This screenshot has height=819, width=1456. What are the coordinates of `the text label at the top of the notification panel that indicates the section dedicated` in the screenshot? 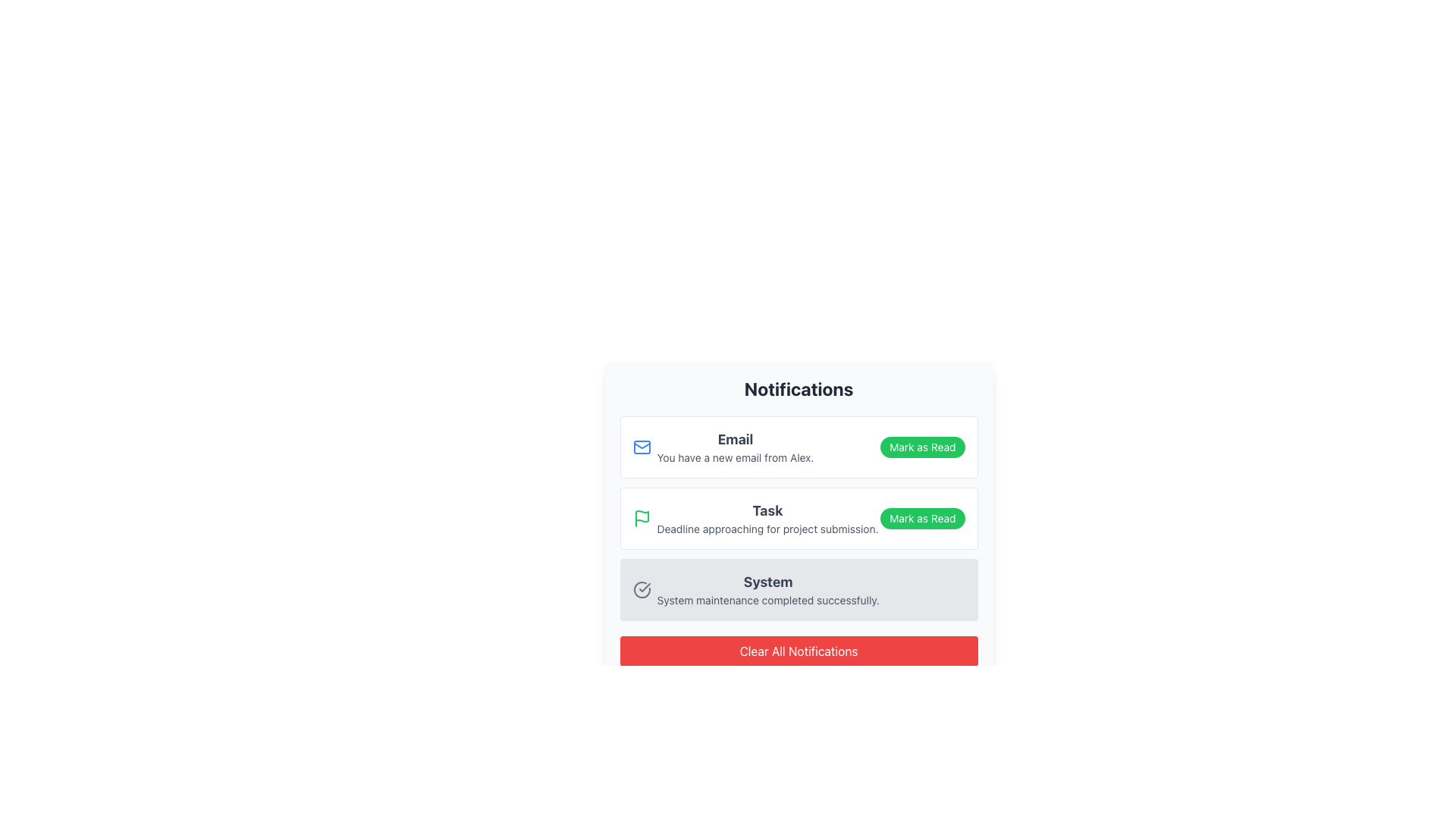 It's located at (798, 388).